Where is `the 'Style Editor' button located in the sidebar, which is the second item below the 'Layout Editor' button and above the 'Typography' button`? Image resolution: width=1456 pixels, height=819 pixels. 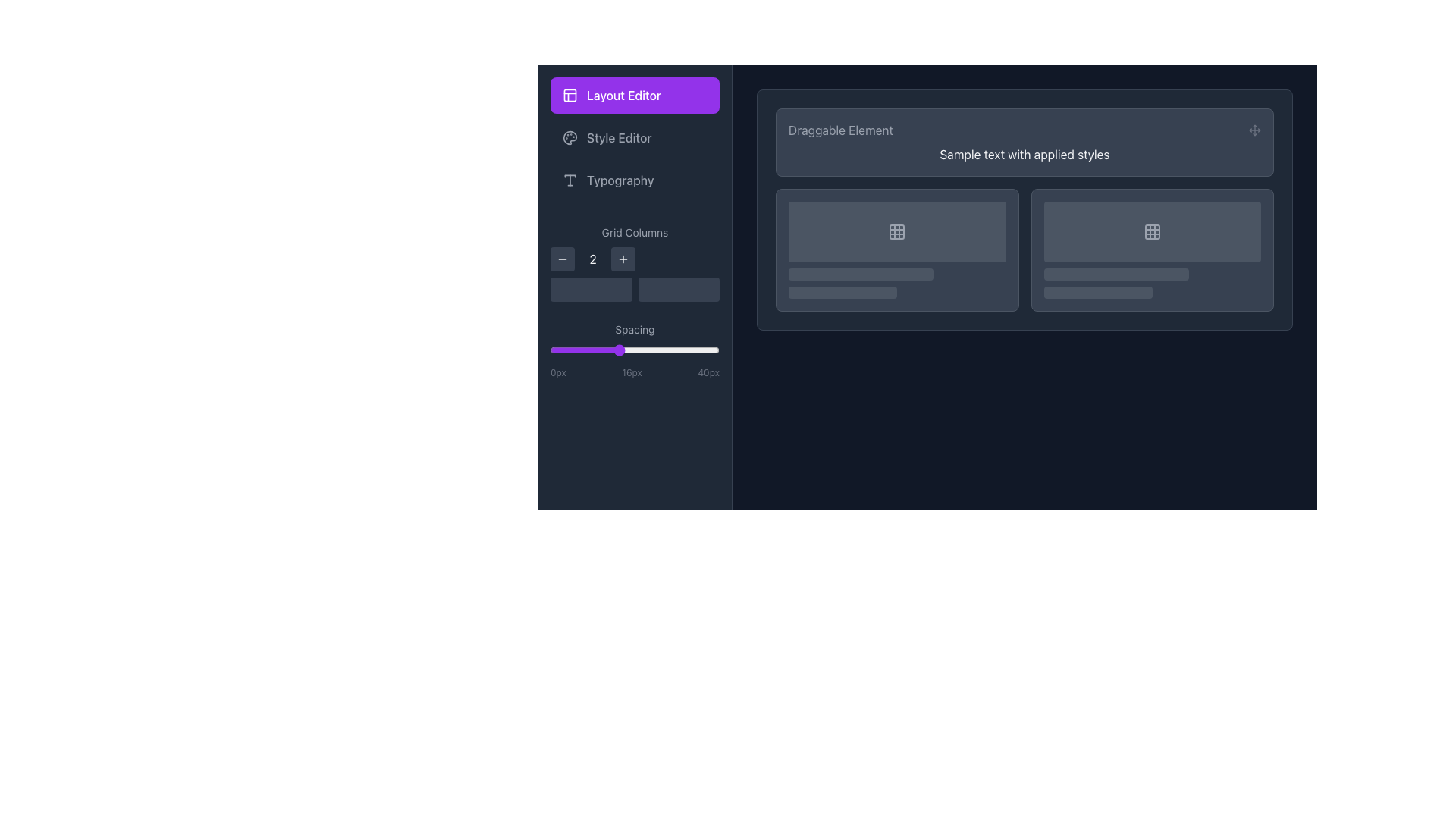 the 'Style Editor' button located in the sidebar, which is the second item below the 'Layout Editor' button and above the 'Typography' button is located at coordinates (635, 137).